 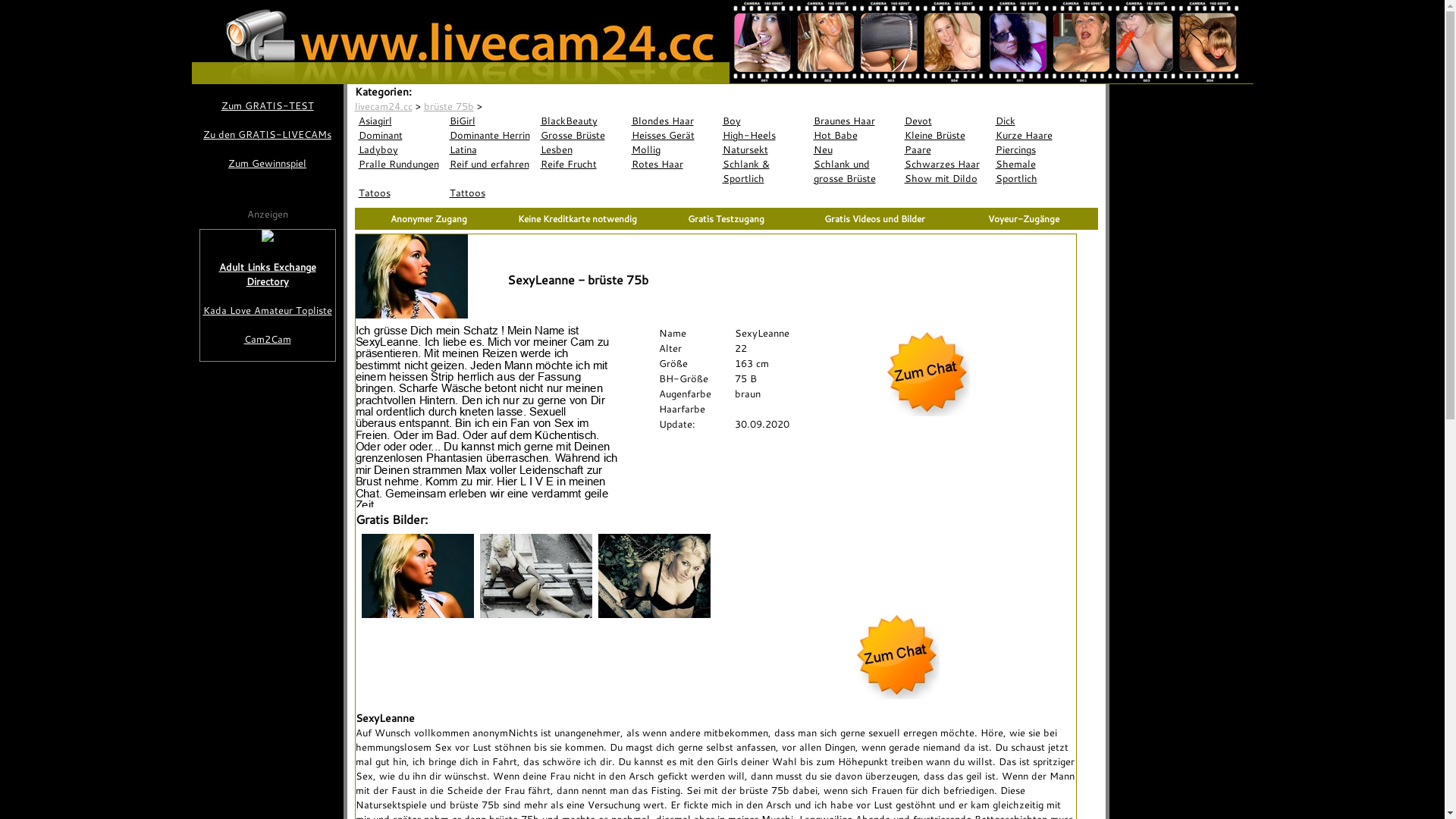 What do you see at coordinates (268, 309) in the screenshot?
I see `'Kada Love Amateur Topliste'` at bounding box center [268, 309].